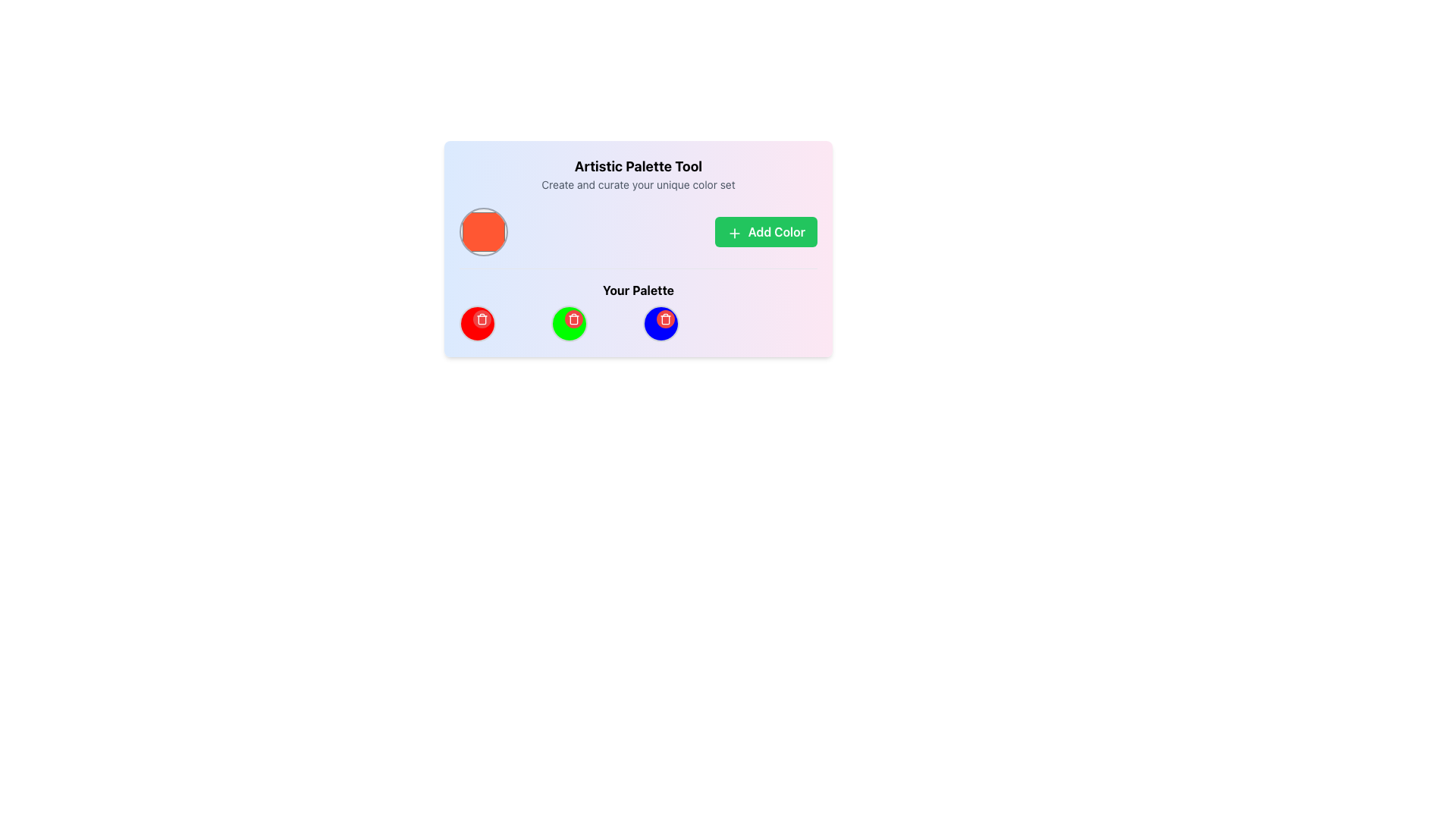 This screenshot has height=819, width=1456. What do you see at coordinates (573, 318) in the screenshot?
I see `the delete icon button located at the bottom-left corner of the 'Your Palette' section` at bounding box center [573, 318].